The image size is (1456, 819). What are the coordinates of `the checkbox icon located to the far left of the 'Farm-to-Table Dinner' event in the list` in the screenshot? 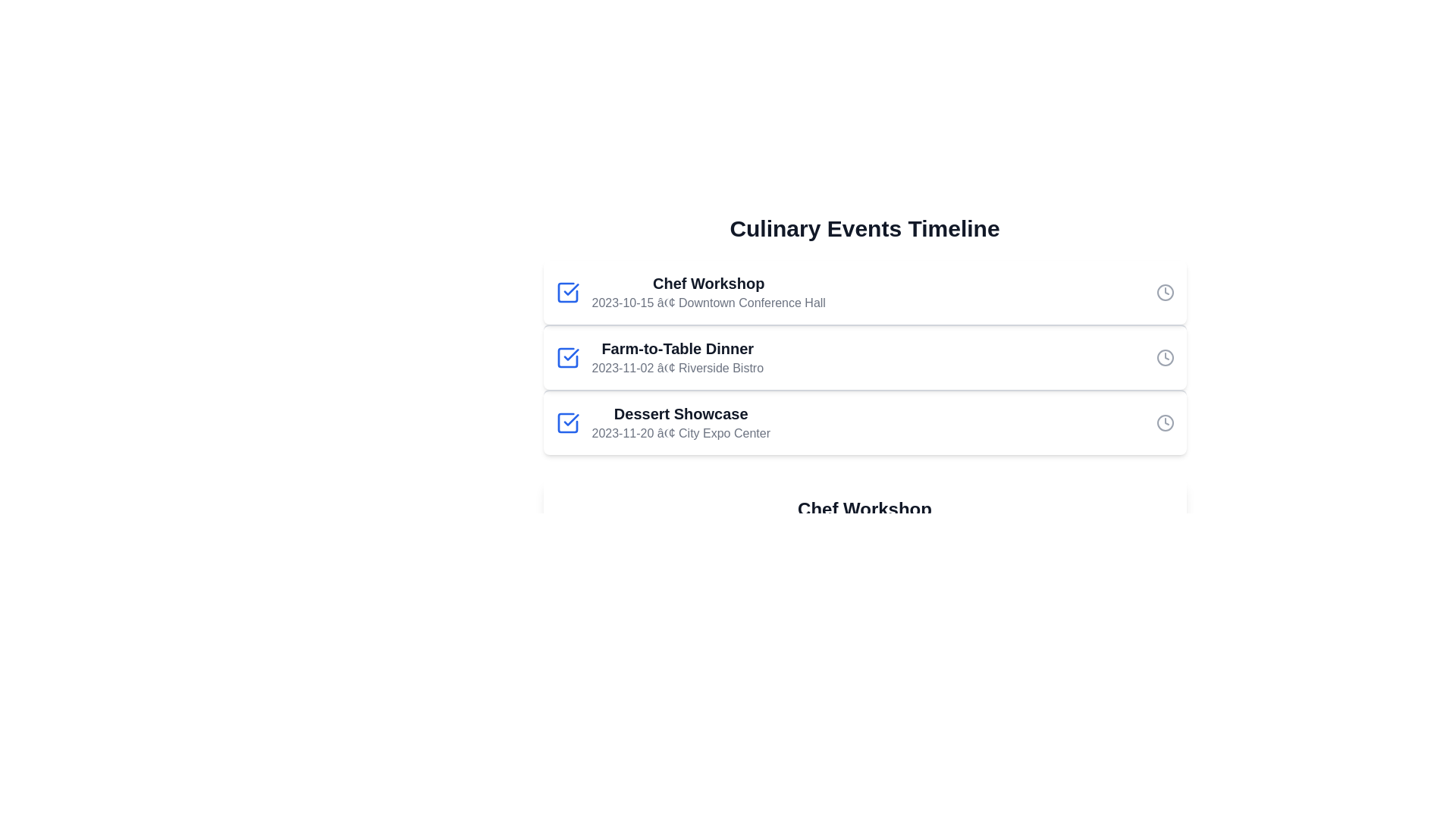 It's located at (566, 357).